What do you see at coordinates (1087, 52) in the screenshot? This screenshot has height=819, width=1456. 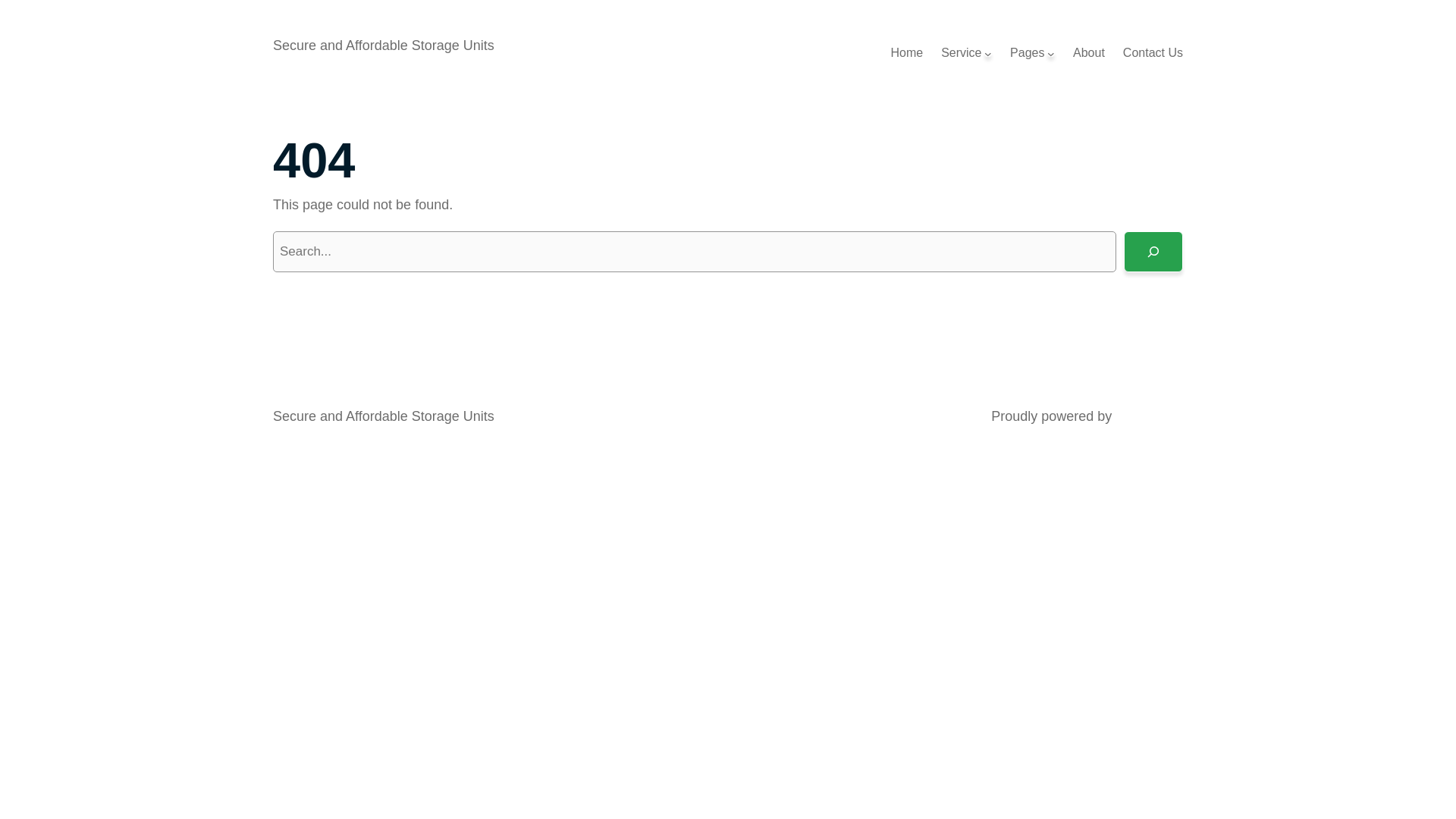 I see `'About'` at bounding box center [1087, 52].